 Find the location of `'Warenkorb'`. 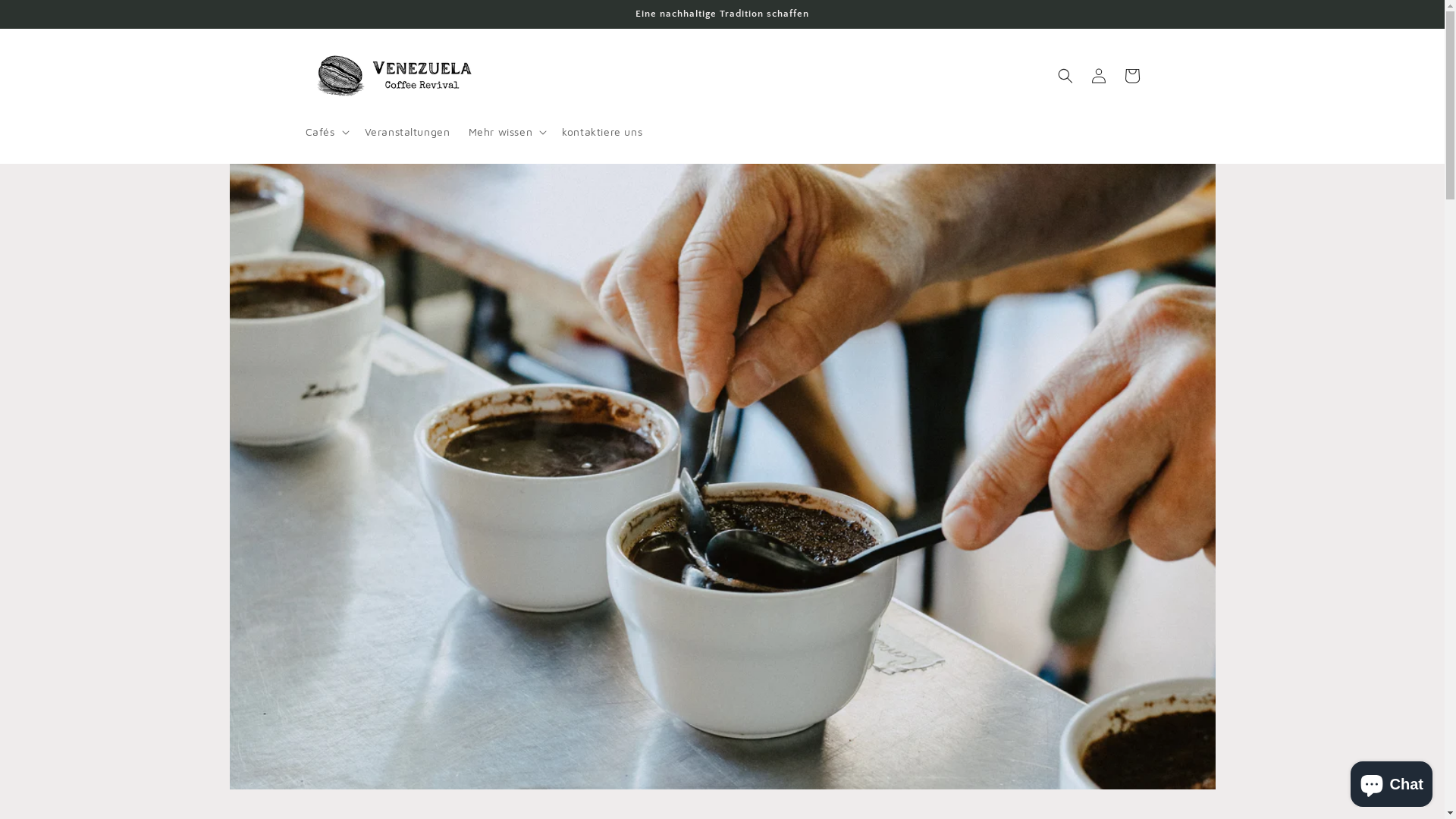

'Warenkorb' is located at coordinates (1131, 76).